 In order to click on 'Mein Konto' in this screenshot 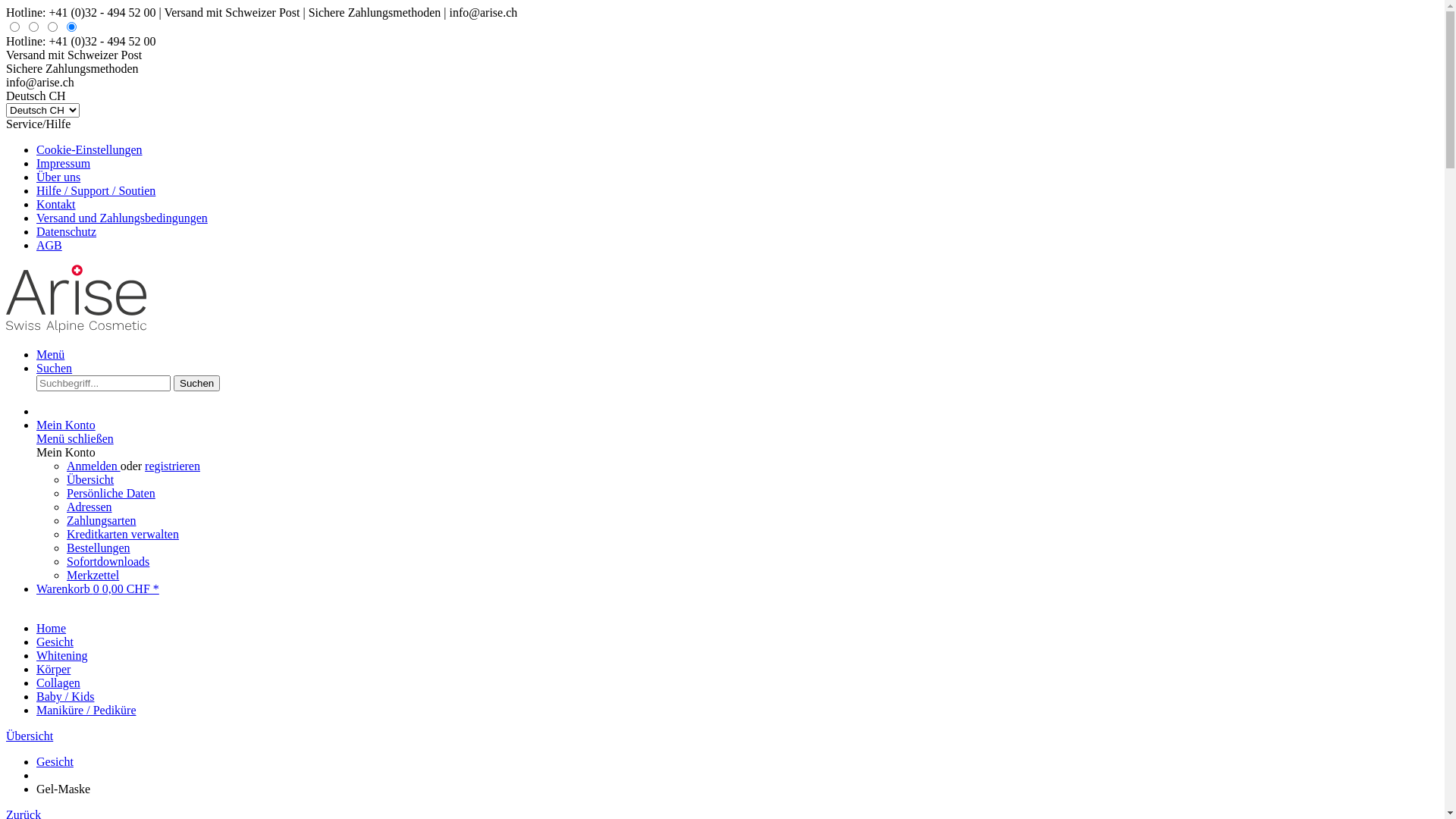, I will do `click(36, 425)`.